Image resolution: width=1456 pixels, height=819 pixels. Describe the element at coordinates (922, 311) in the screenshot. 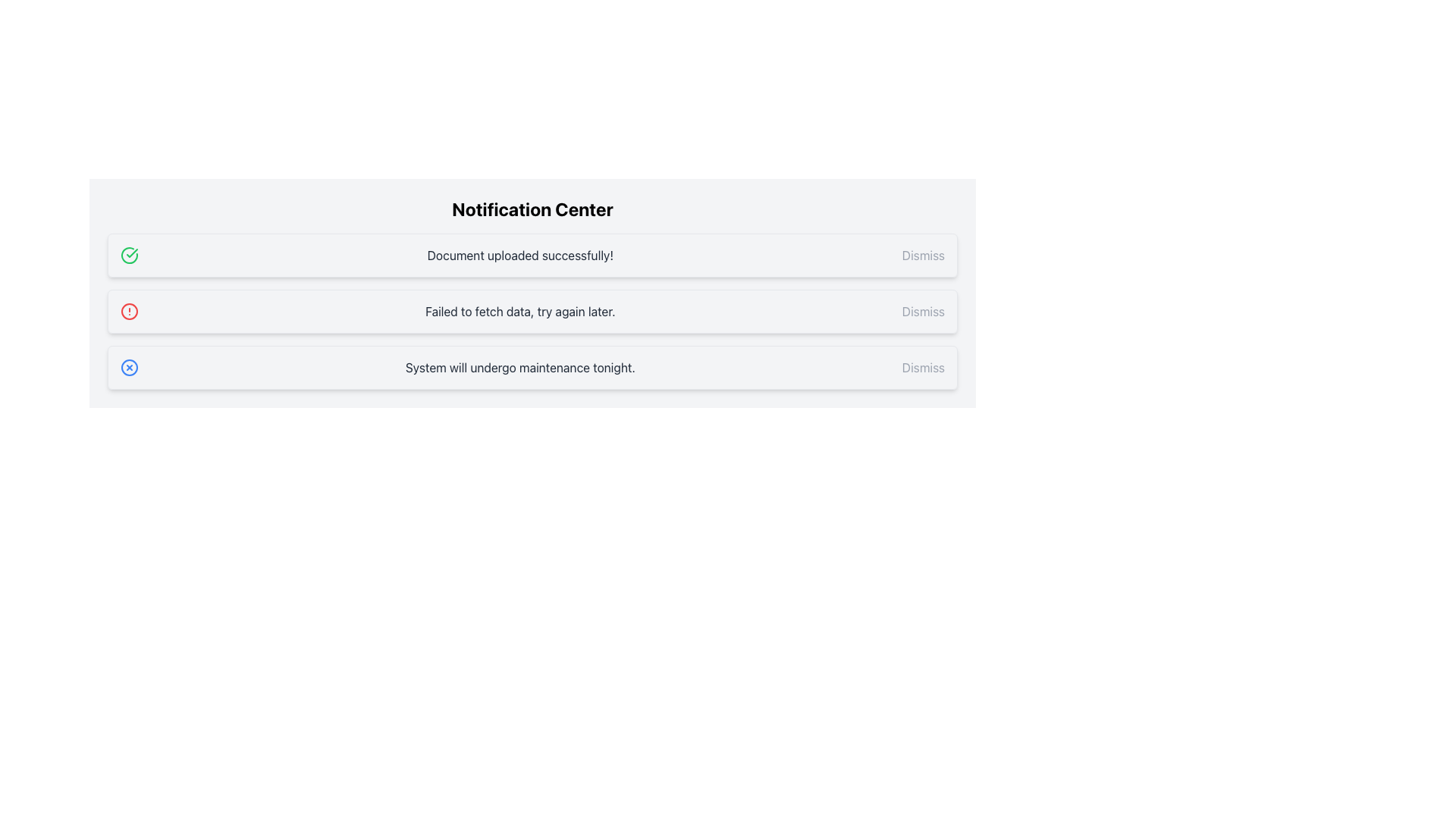

I see `the dismiss button located on the rightmost side of the notification box displaying 'Failed to fetch data, try again later.'` at that location.